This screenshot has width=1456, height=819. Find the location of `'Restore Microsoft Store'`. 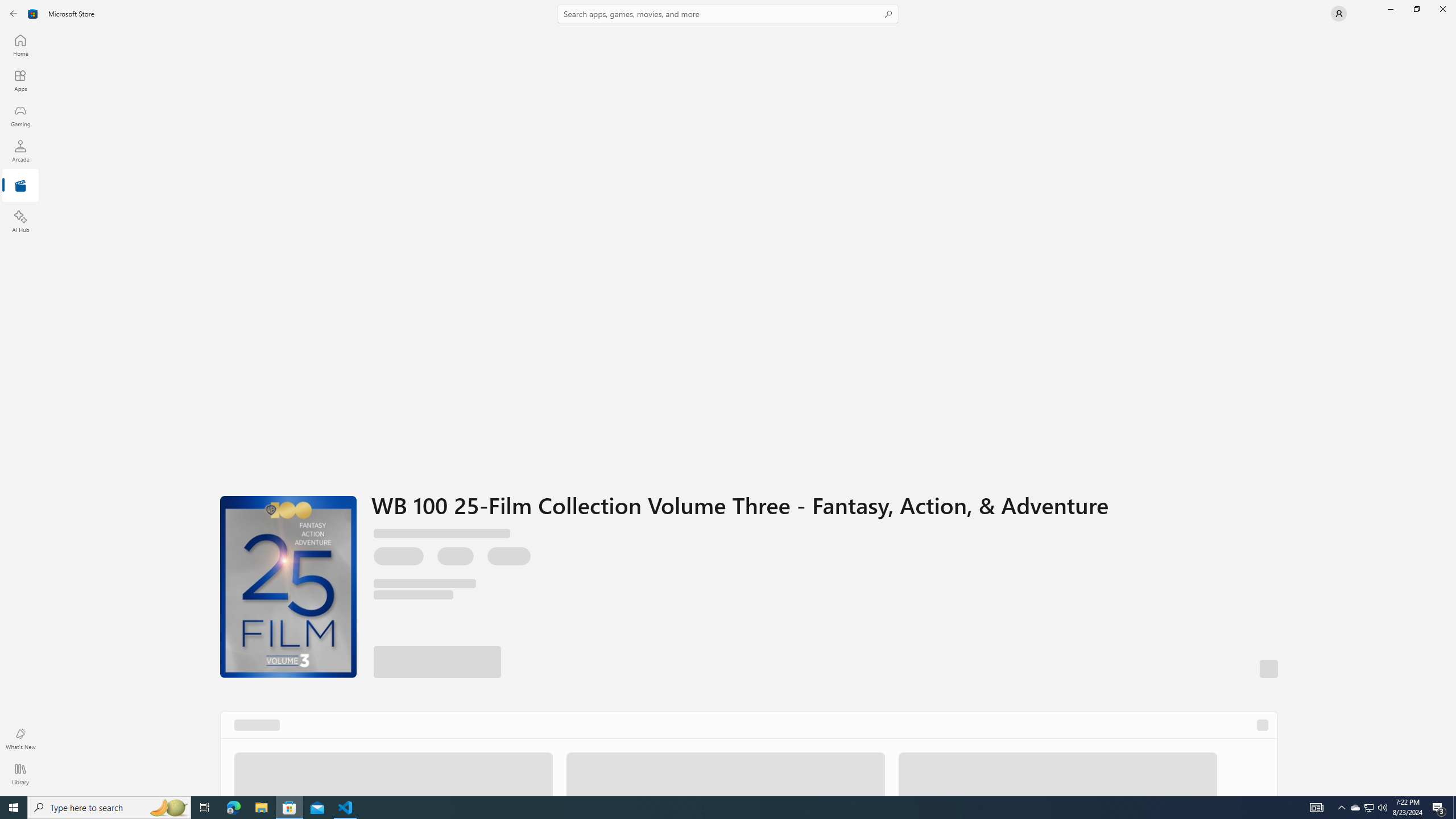

'Restore Microsoft Store' is located at coordinates (1416, 9).